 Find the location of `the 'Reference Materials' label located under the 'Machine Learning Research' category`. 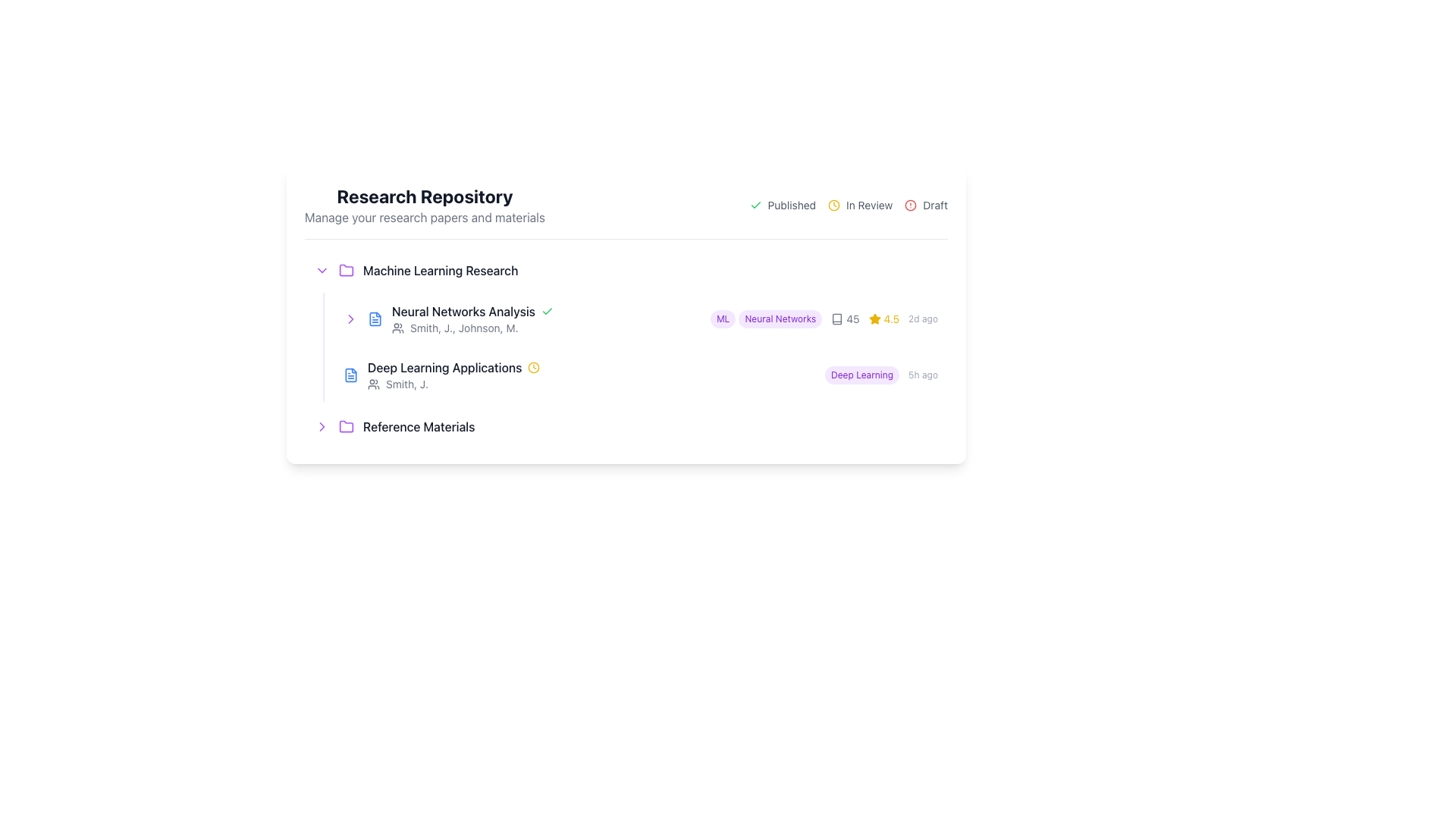

the 'Reference Materials' label located under the 'Machine Learning Research' category is located at coordinates (419, 427).